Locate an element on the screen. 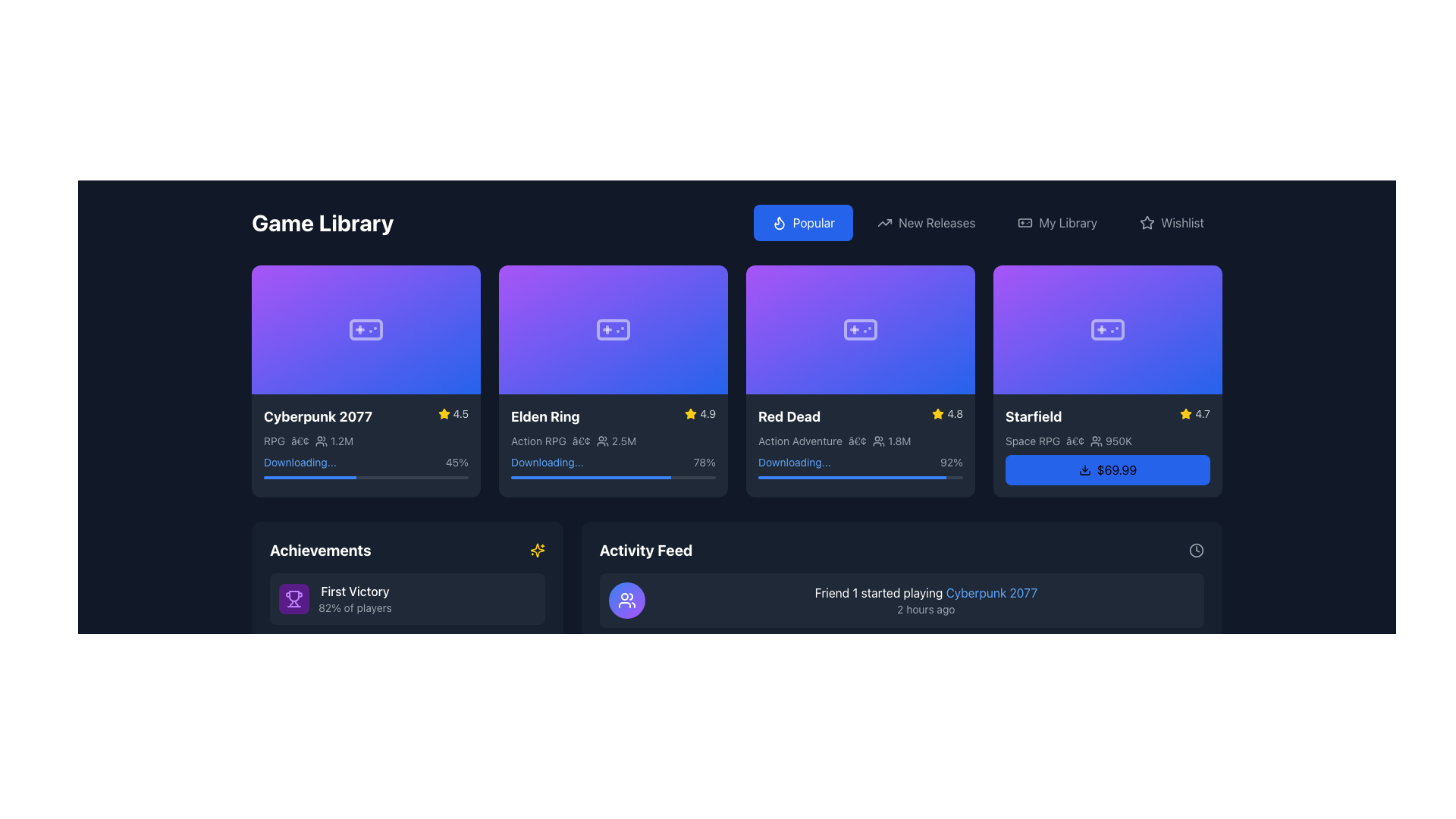 Image resolution: width=1456 pixels, height=819 pixels. percentage of players who have achieved the 'First Victory' milestone, indicated by the text located in the bottom portion of the 'First Victory' achievement box, which is the second text element under its header is located at coordinates (354, 607).